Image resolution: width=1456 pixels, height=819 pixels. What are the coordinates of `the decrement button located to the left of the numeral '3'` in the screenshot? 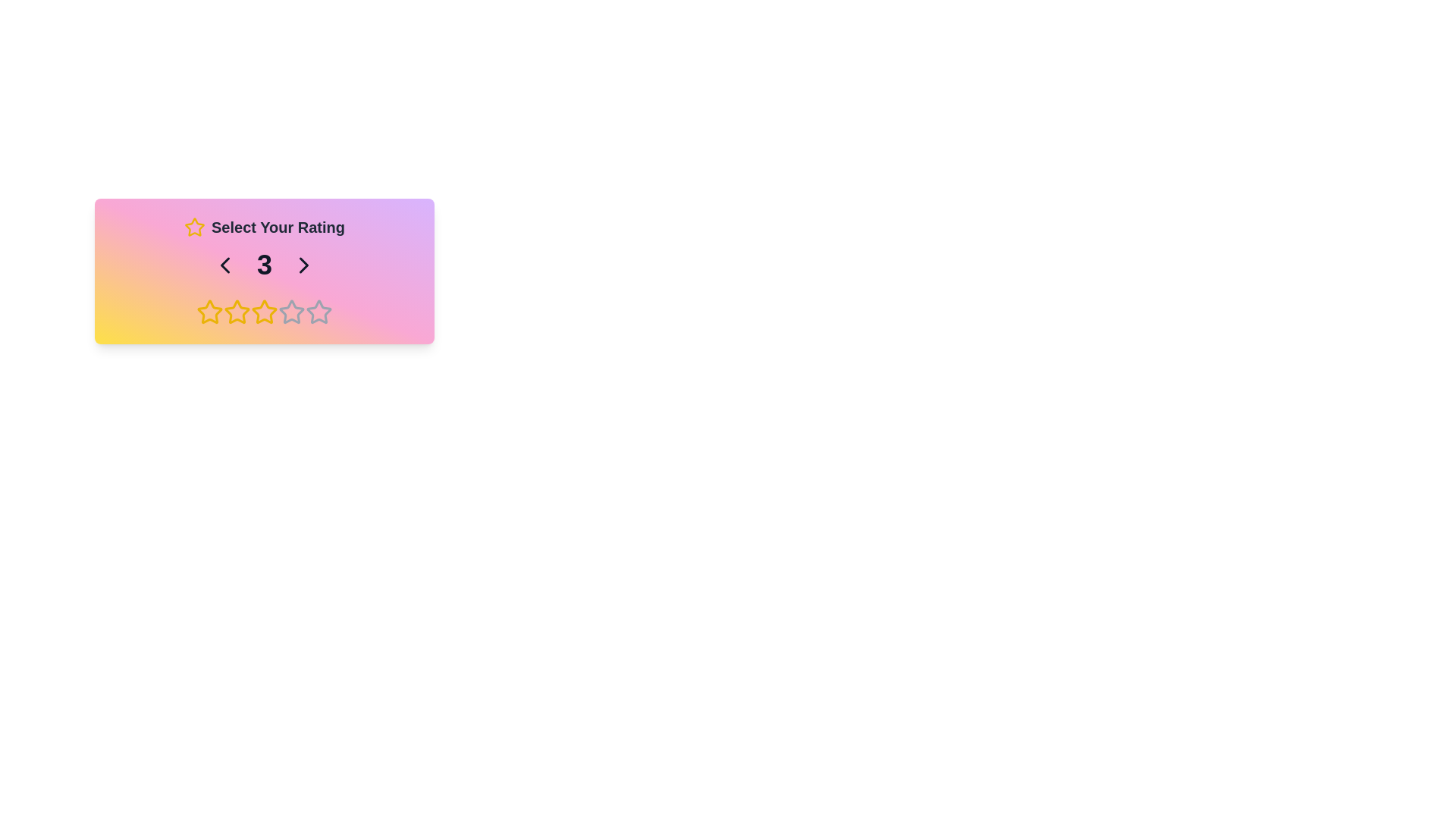 It's located at (224, 265).